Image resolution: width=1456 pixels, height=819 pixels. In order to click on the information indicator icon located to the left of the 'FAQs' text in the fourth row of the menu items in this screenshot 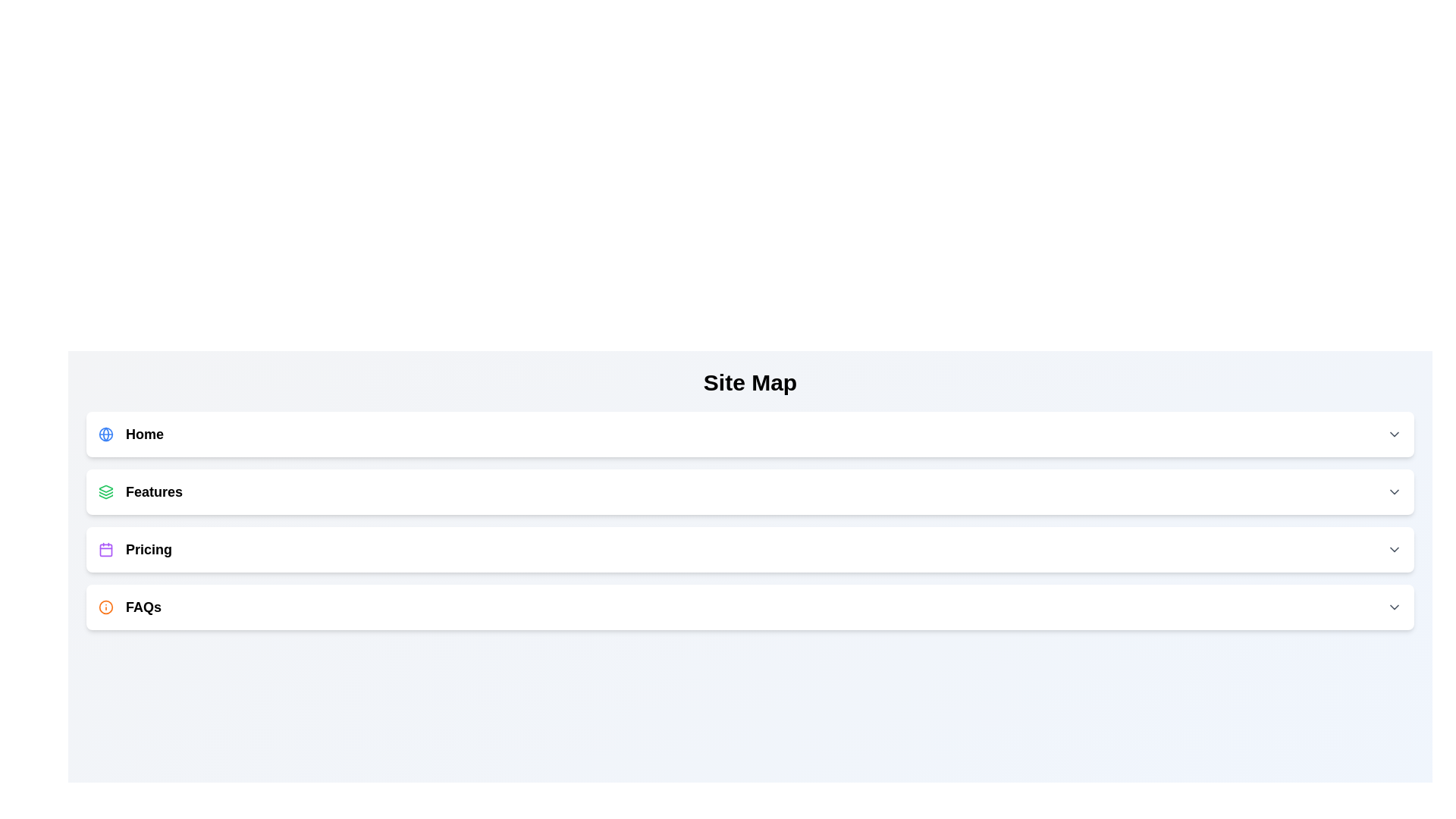, I will do `click(105, 607)`.